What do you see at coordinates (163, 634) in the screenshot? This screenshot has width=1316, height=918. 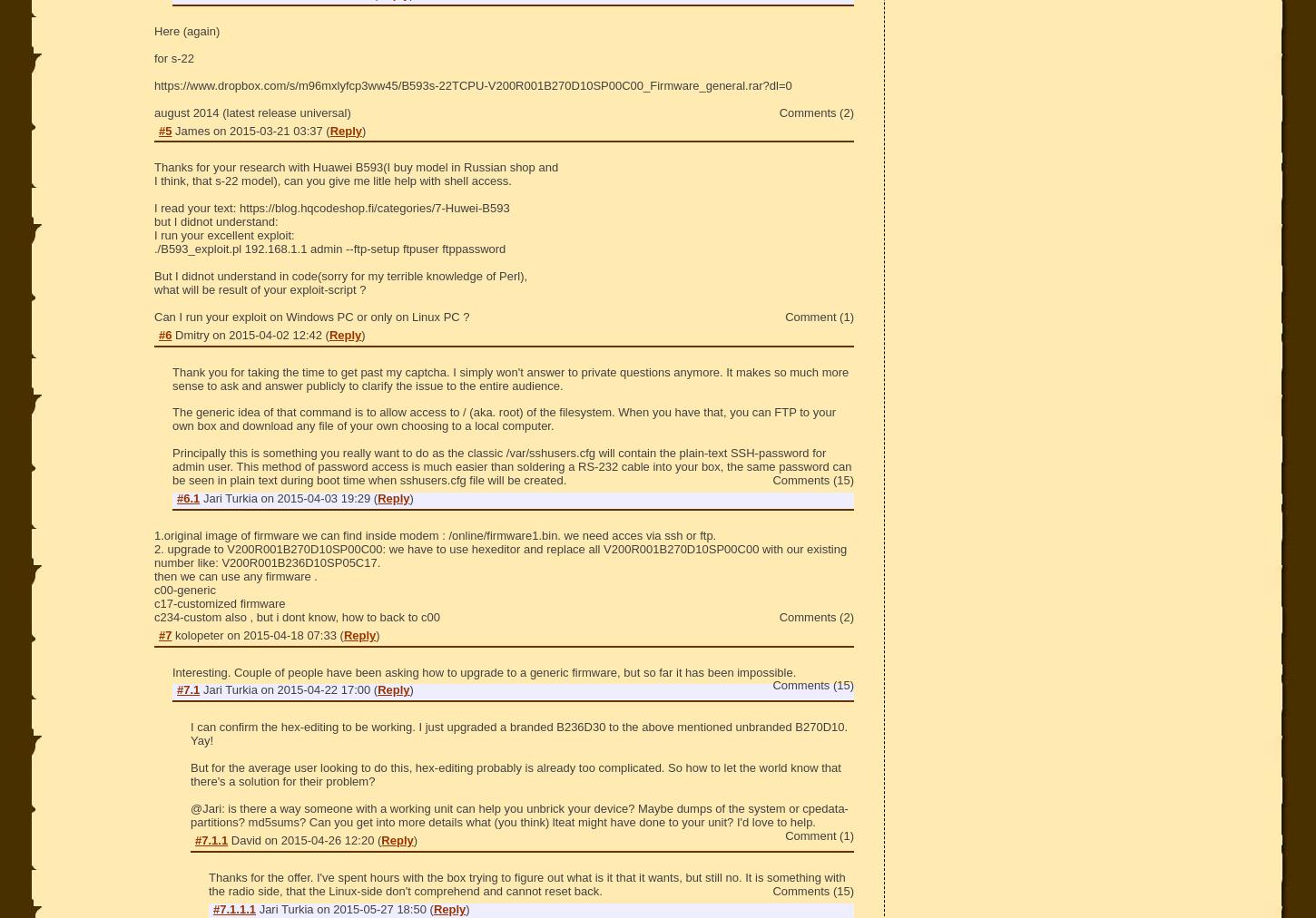 I see `'#7'` at bounding box center [163, 634].